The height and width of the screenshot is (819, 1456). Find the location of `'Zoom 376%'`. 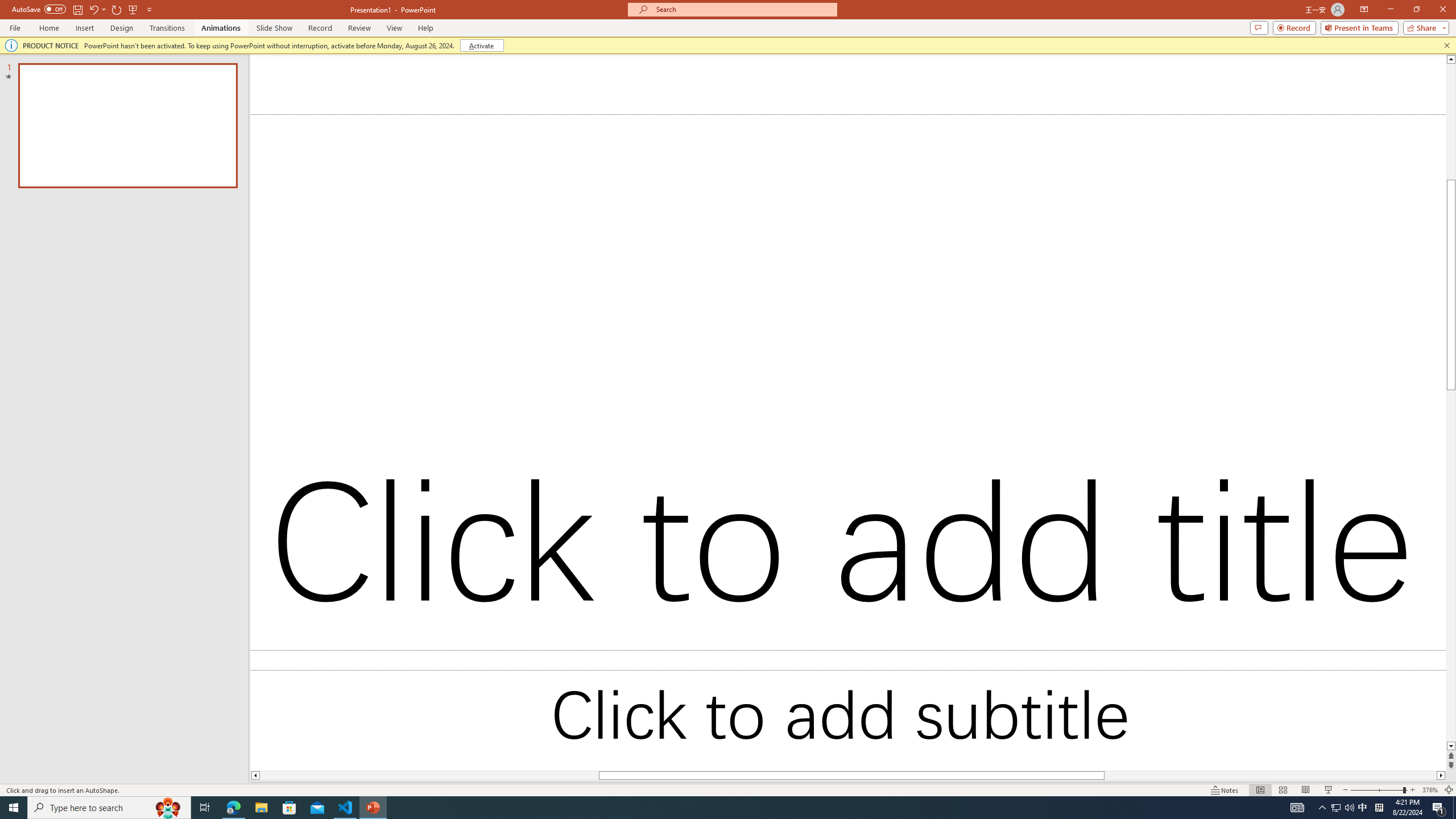

'Zoom 376%' is located at coordinates (1430, 790).